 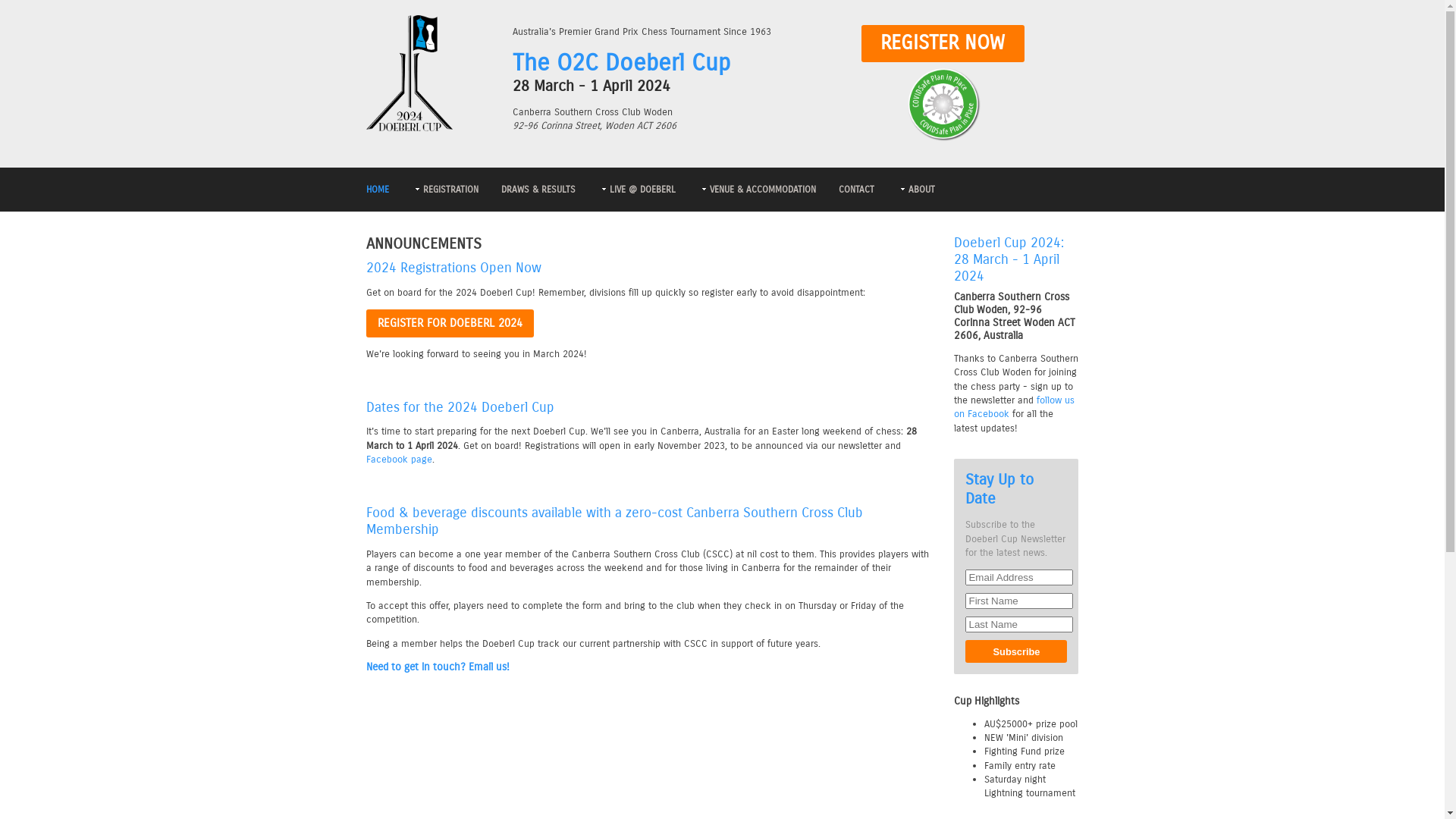 What do you see at coordinates (377, 189) in the screenshot?
I see `'HOME'` at bounding box center [377, 189].